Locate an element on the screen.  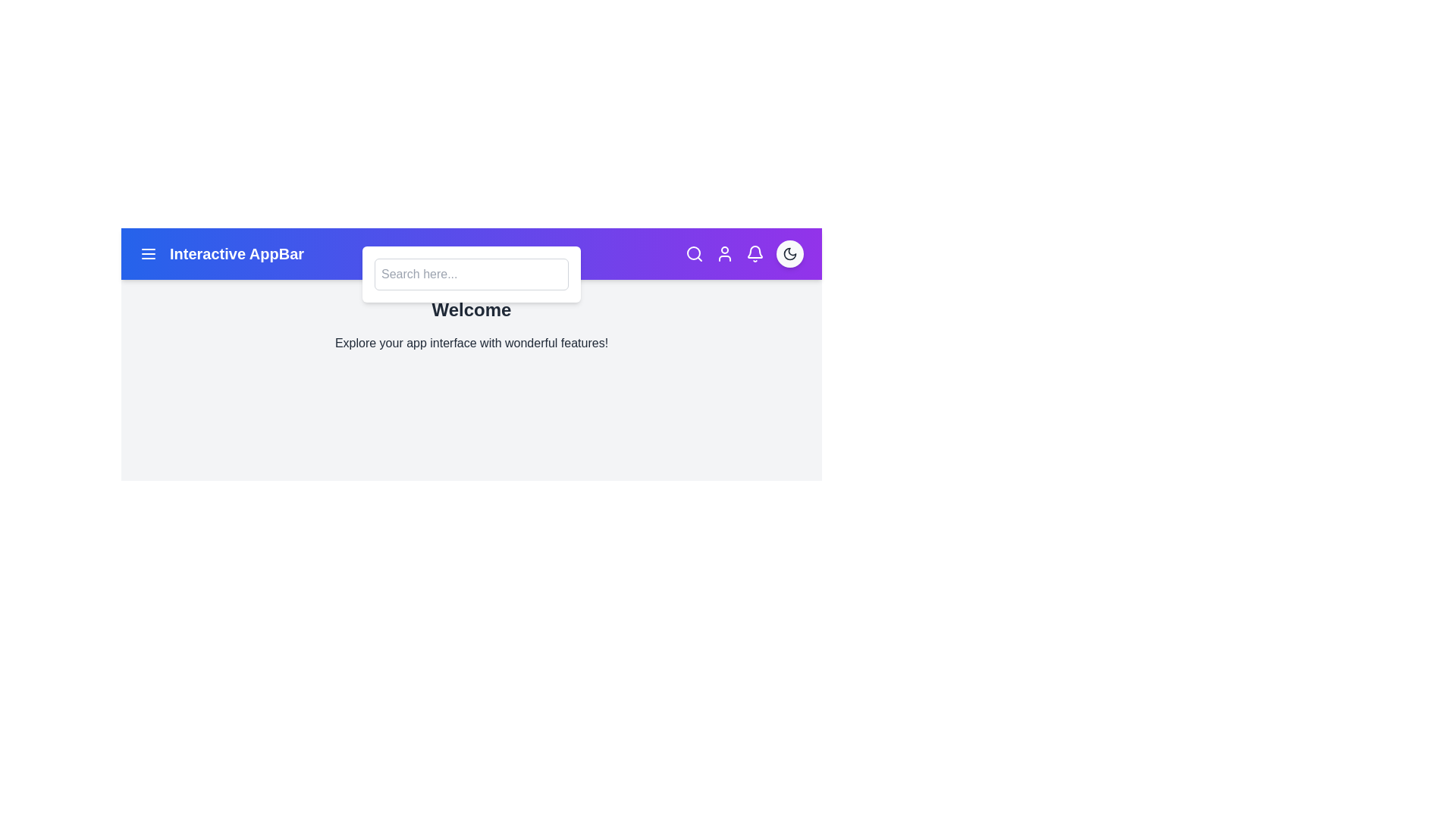
menu icon to open the navigation options is located at coordinates (149, 253).